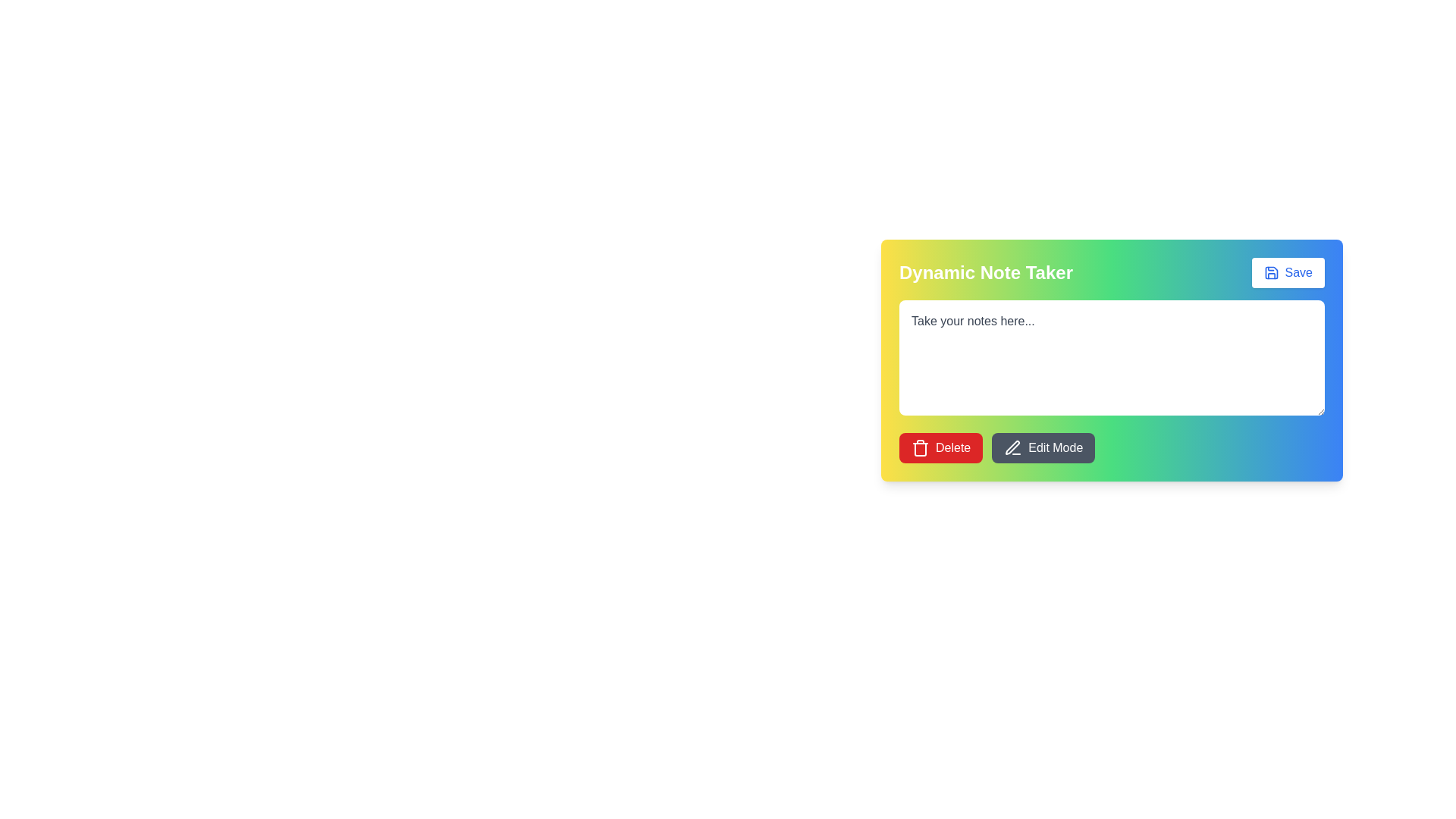 Image resolution: width=1456 pixels, height=819 pixels. Describe the element at coordinates (1112, 447) in the screenshot. I see `the visual separator or spacer with a gradient background transitioning from green to blue, located to the right of the 'Edit Mode' button` at that location.